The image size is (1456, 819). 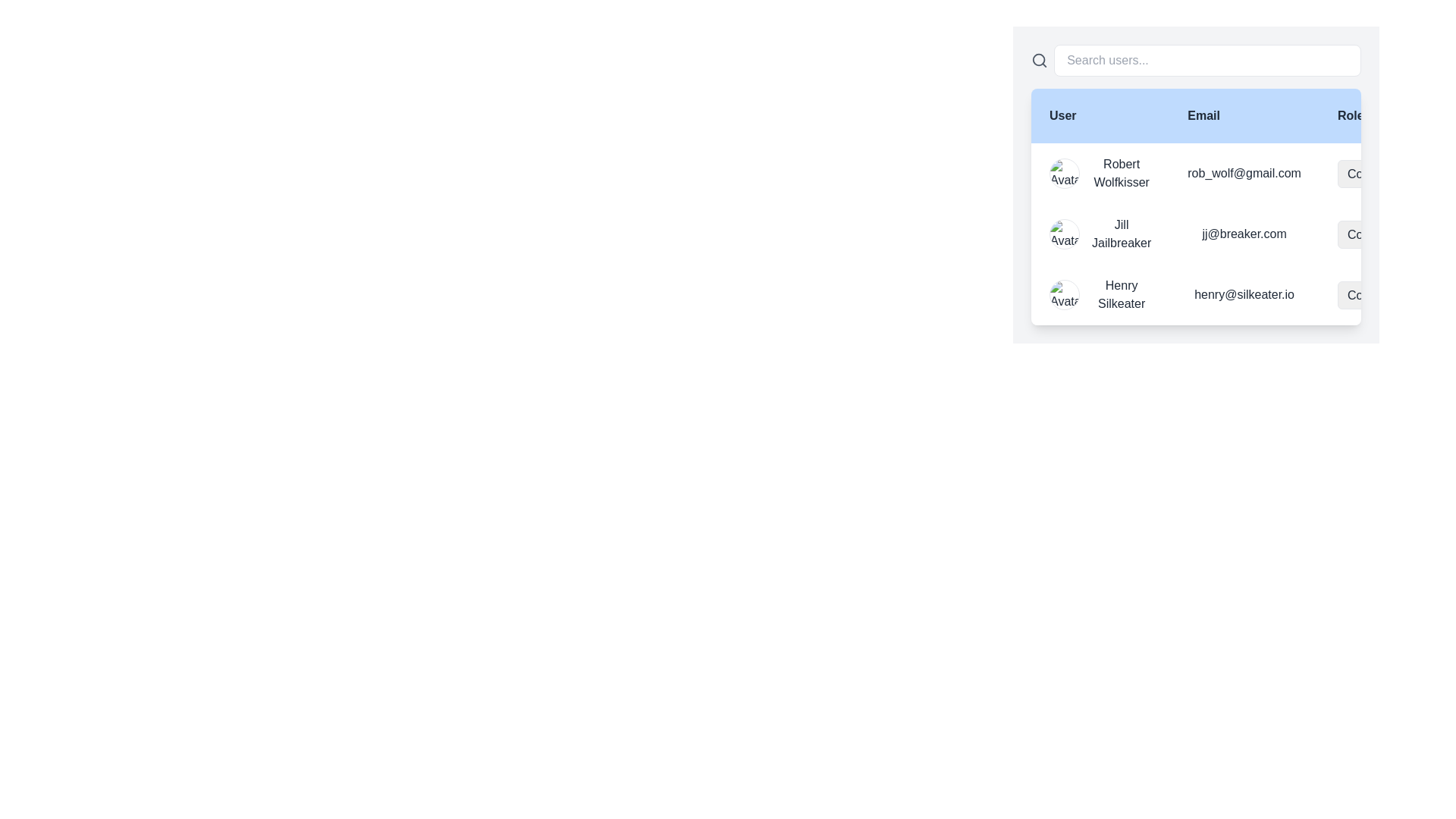 What do you see at coordinates (1063, 172) in the screenshot?
I see `the avatar image representing the user 'Robert Wolfkisser' located in the 'User' column of the table` at bounding box center [1063, 172].